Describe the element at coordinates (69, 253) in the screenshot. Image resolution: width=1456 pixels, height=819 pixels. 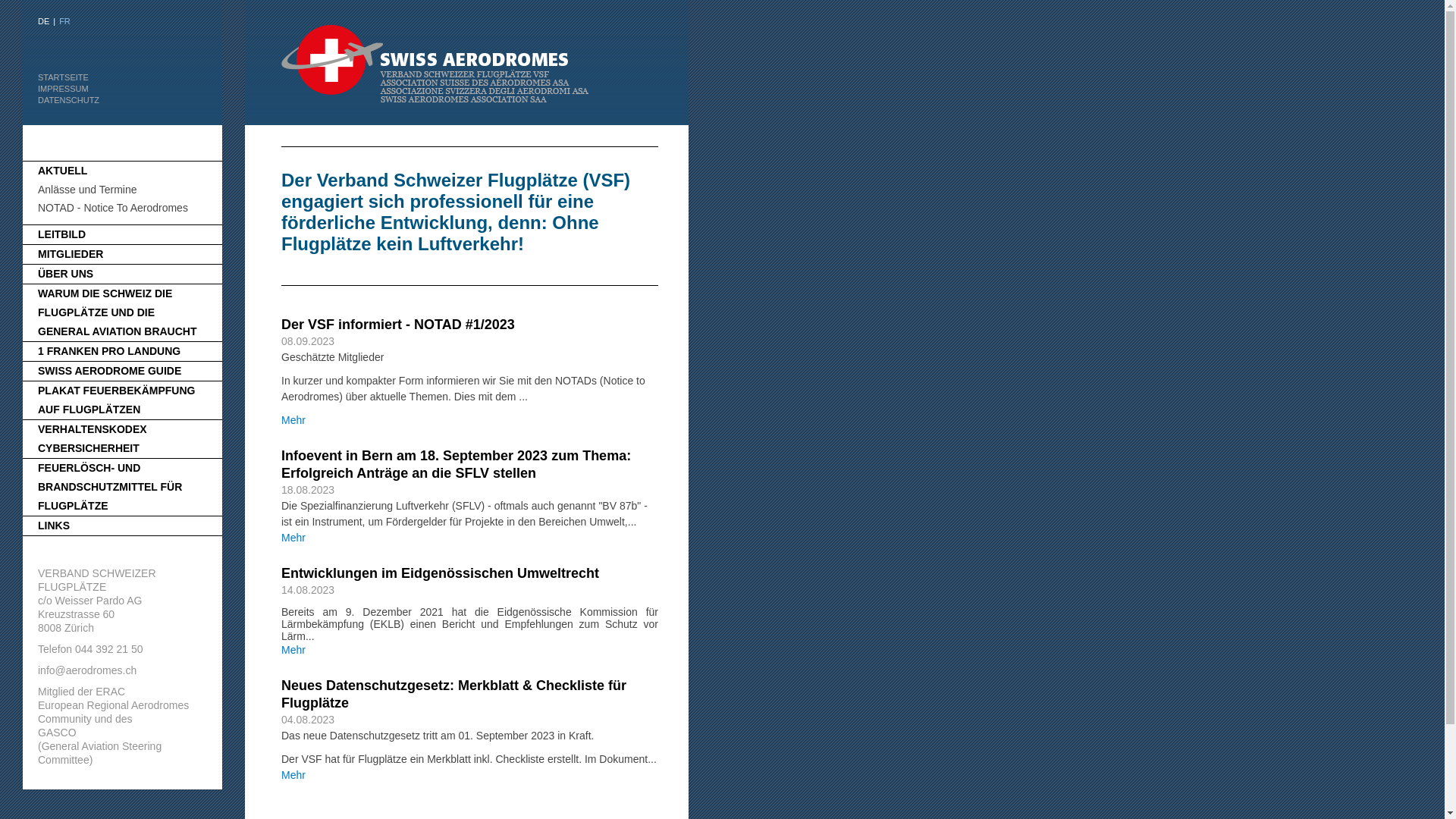
I see `'MITGLIEDER'` at that location.